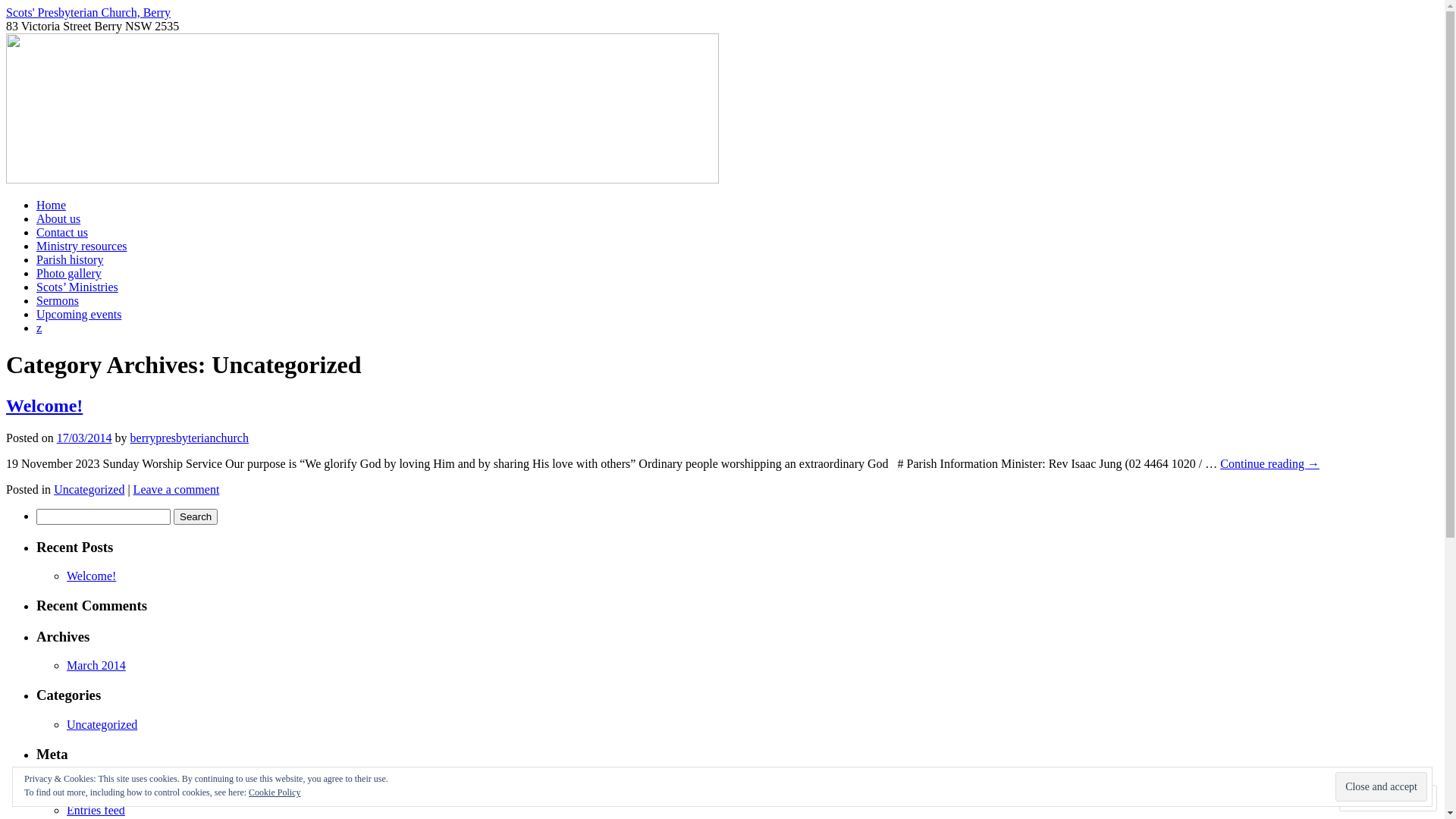 This screenshot has height=819, width=1456. Describe the element at coordinates (177, 489) in the screenshot. I see `'Leave a comment'` at that location.